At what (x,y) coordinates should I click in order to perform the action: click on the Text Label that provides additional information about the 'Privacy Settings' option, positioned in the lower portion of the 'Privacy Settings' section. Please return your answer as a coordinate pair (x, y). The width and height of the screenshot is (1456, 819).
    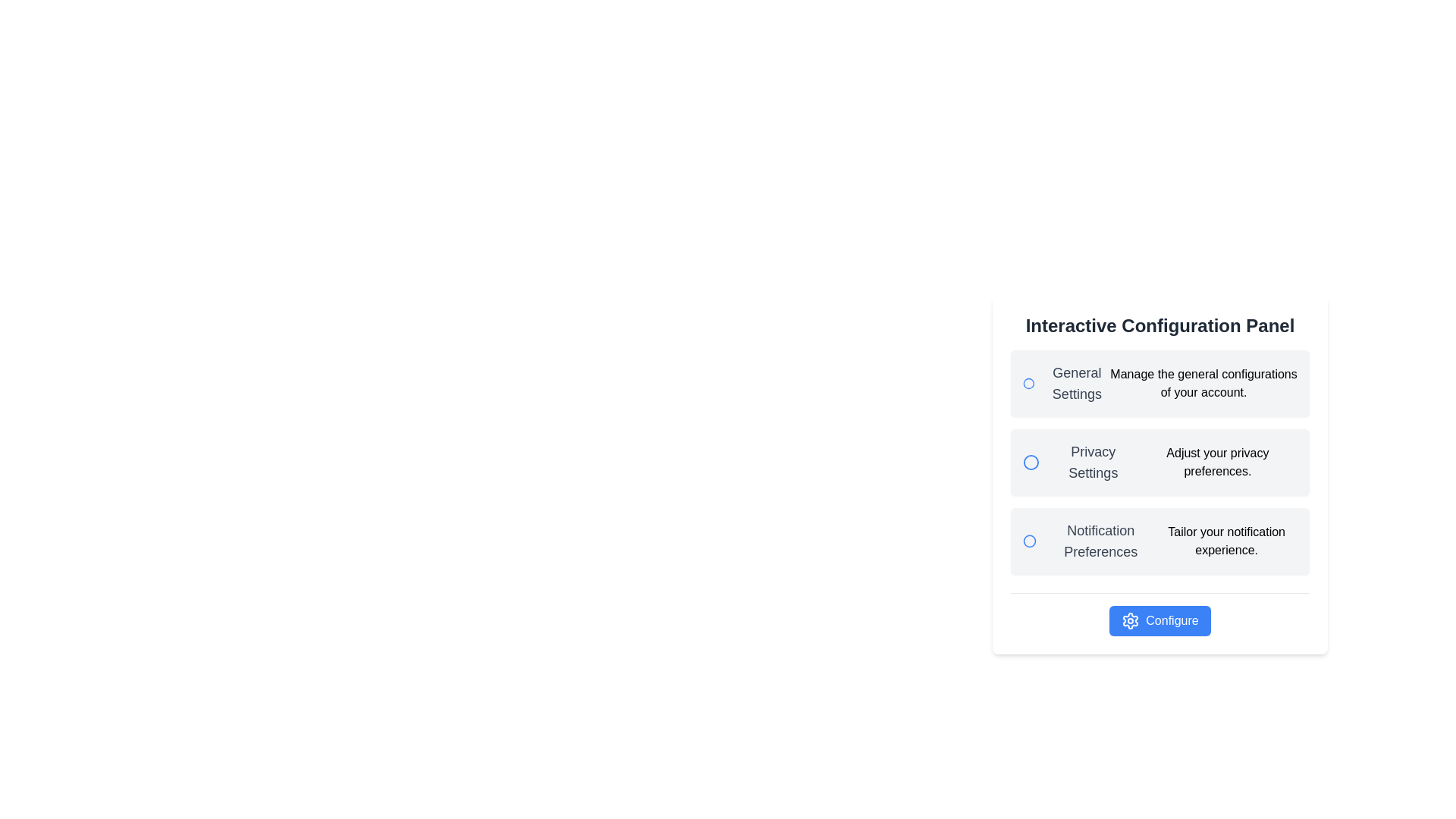
    Looking at the image, I should click on (1217, 461).